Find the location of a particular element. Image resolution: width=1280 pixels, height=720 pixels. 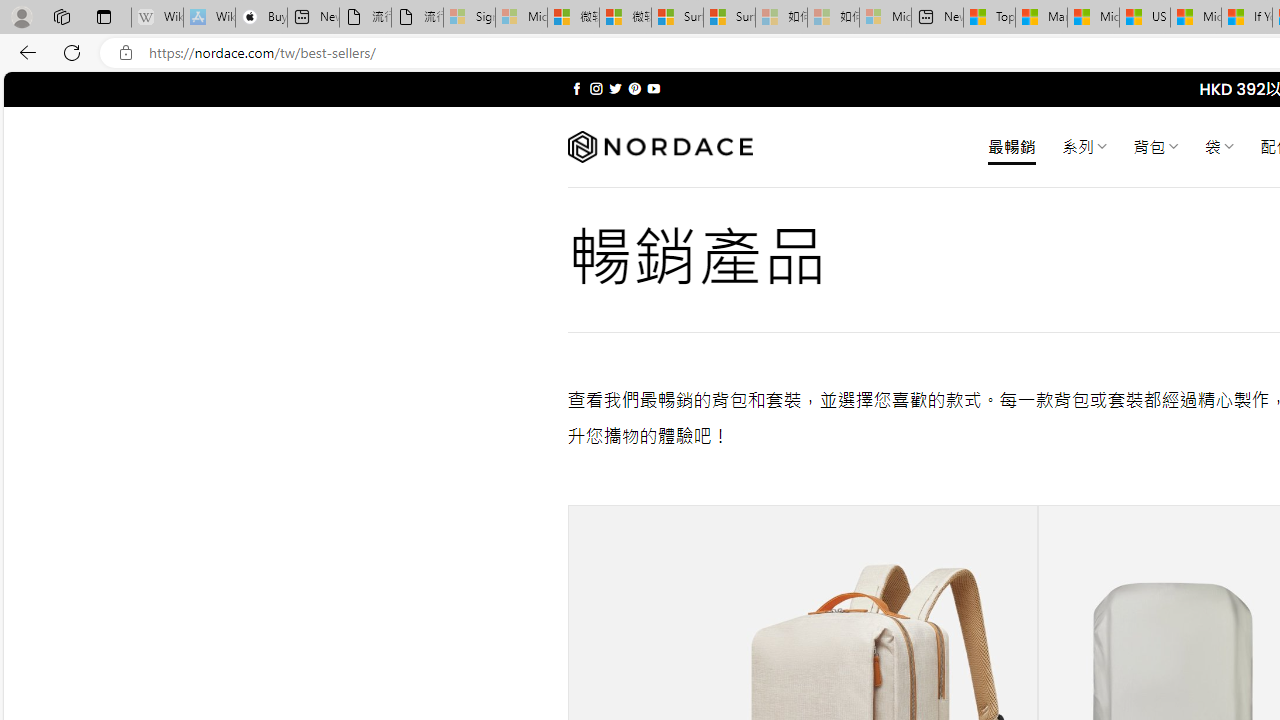

'Sign in to your Microsoft account - Sleeping' is located at coordinates (468, 17).